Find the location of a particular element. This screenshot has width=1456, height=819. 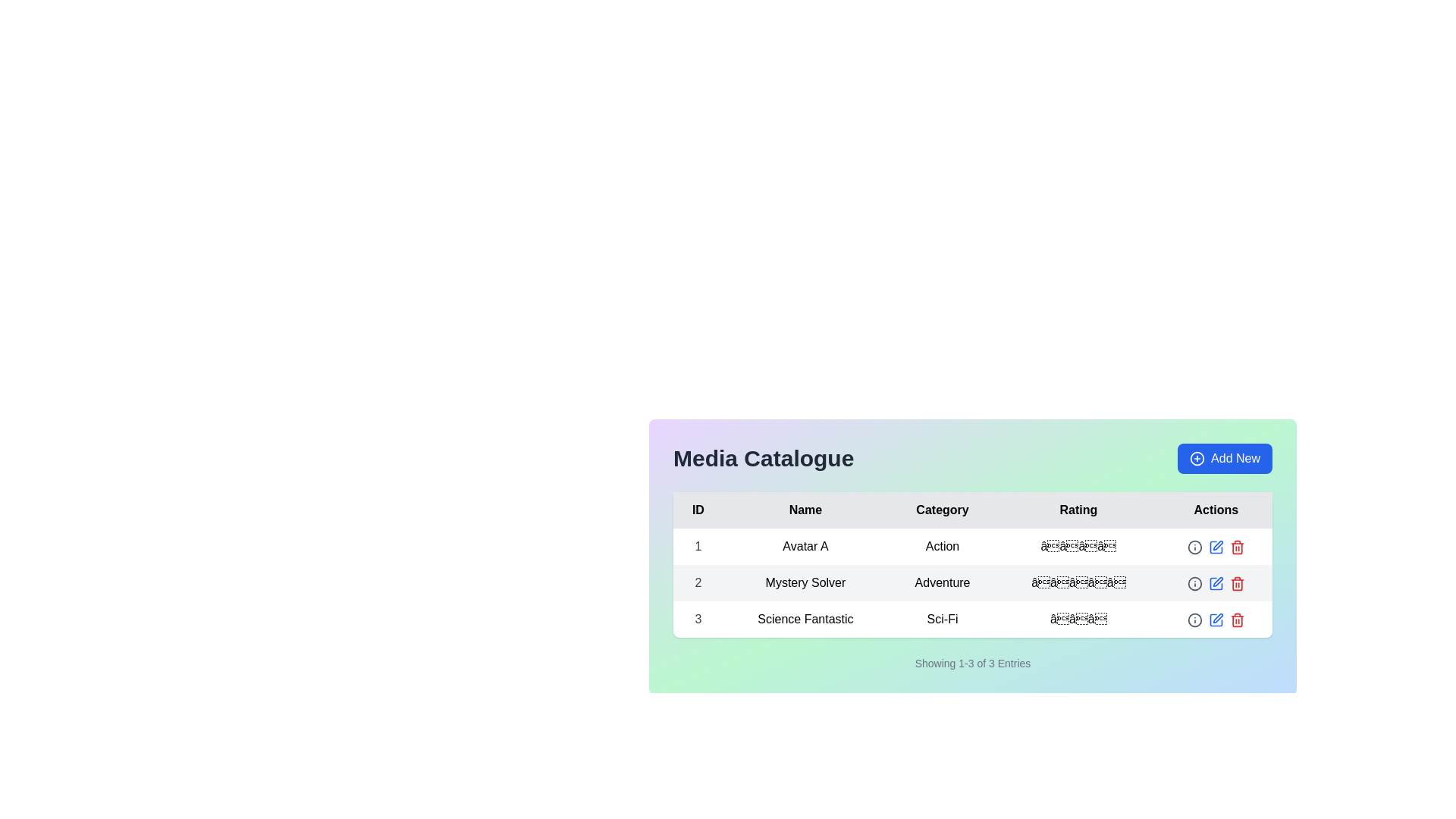

the circular information icon in the 'Actions' column of the second row for the 'Adventure' category is located at coordinates (1194, 620).